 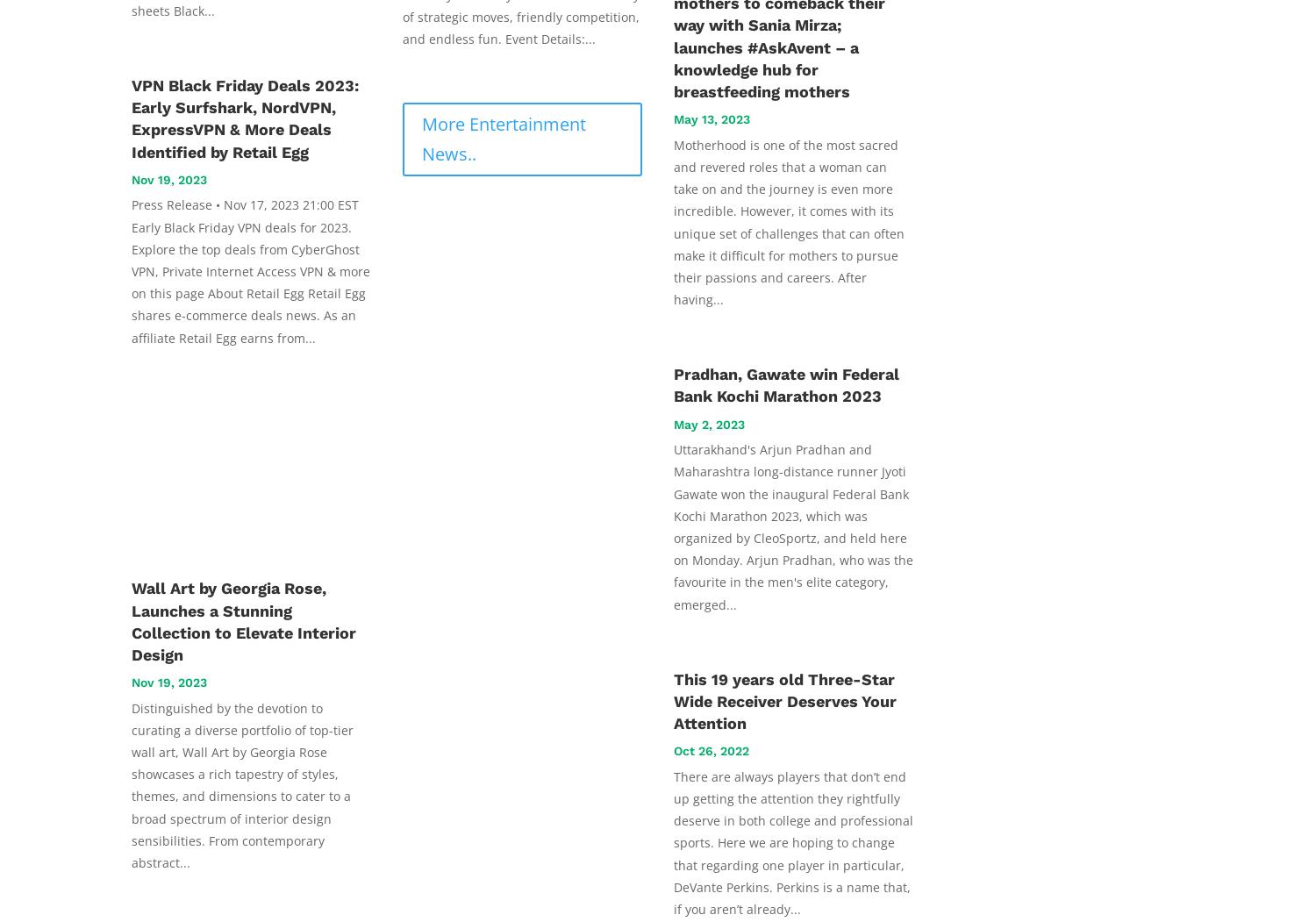 What do you see at coordinates (674, 699) in the screenshot?
I see `'This 19 years old Three-Star Wide Receiver Deserves Your Attention'` at bounding box center [674, 699].